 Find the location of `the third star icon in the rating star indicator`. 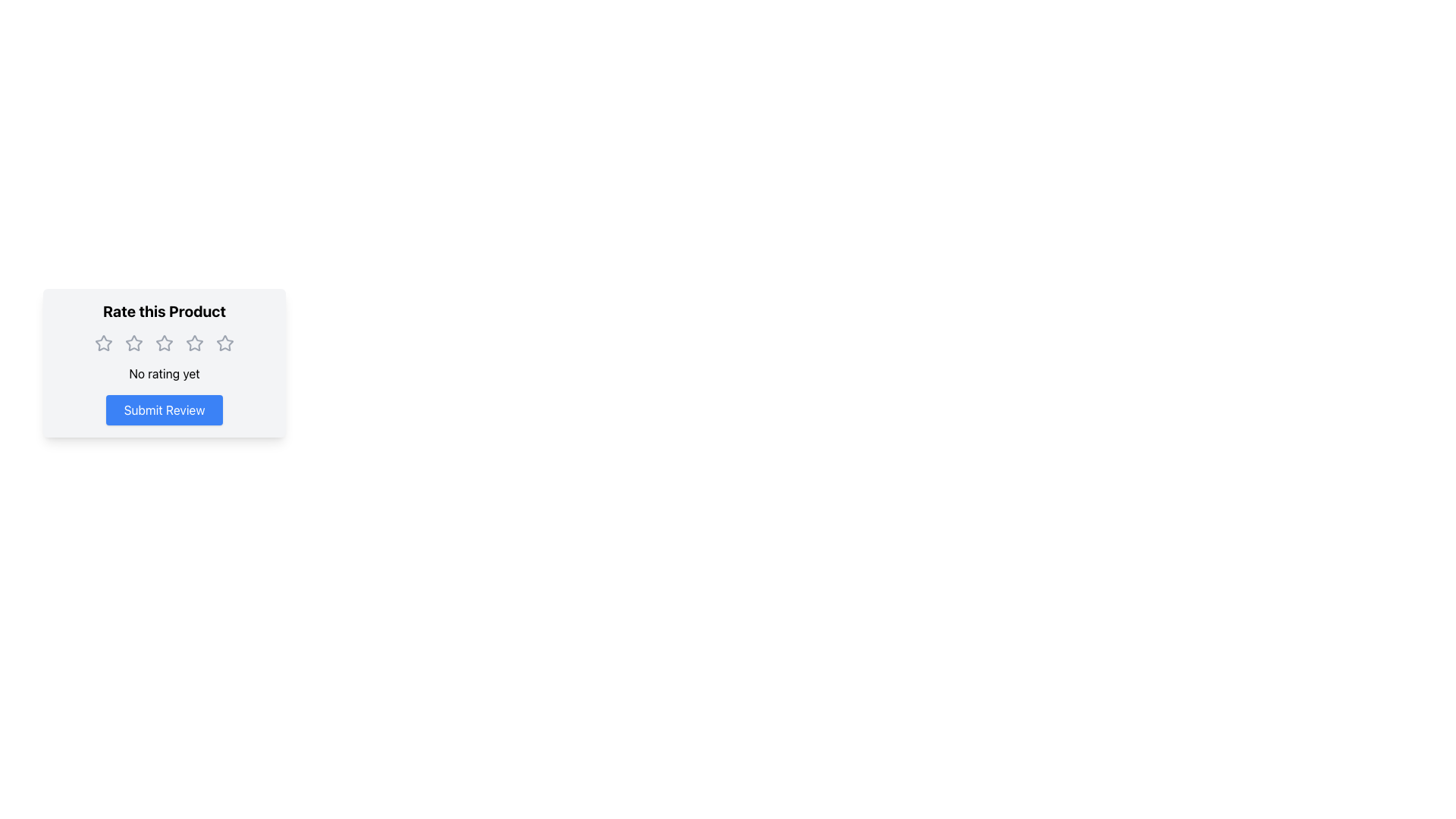

the third star icon in the rating star indicator is located at coordinates (164, 343).